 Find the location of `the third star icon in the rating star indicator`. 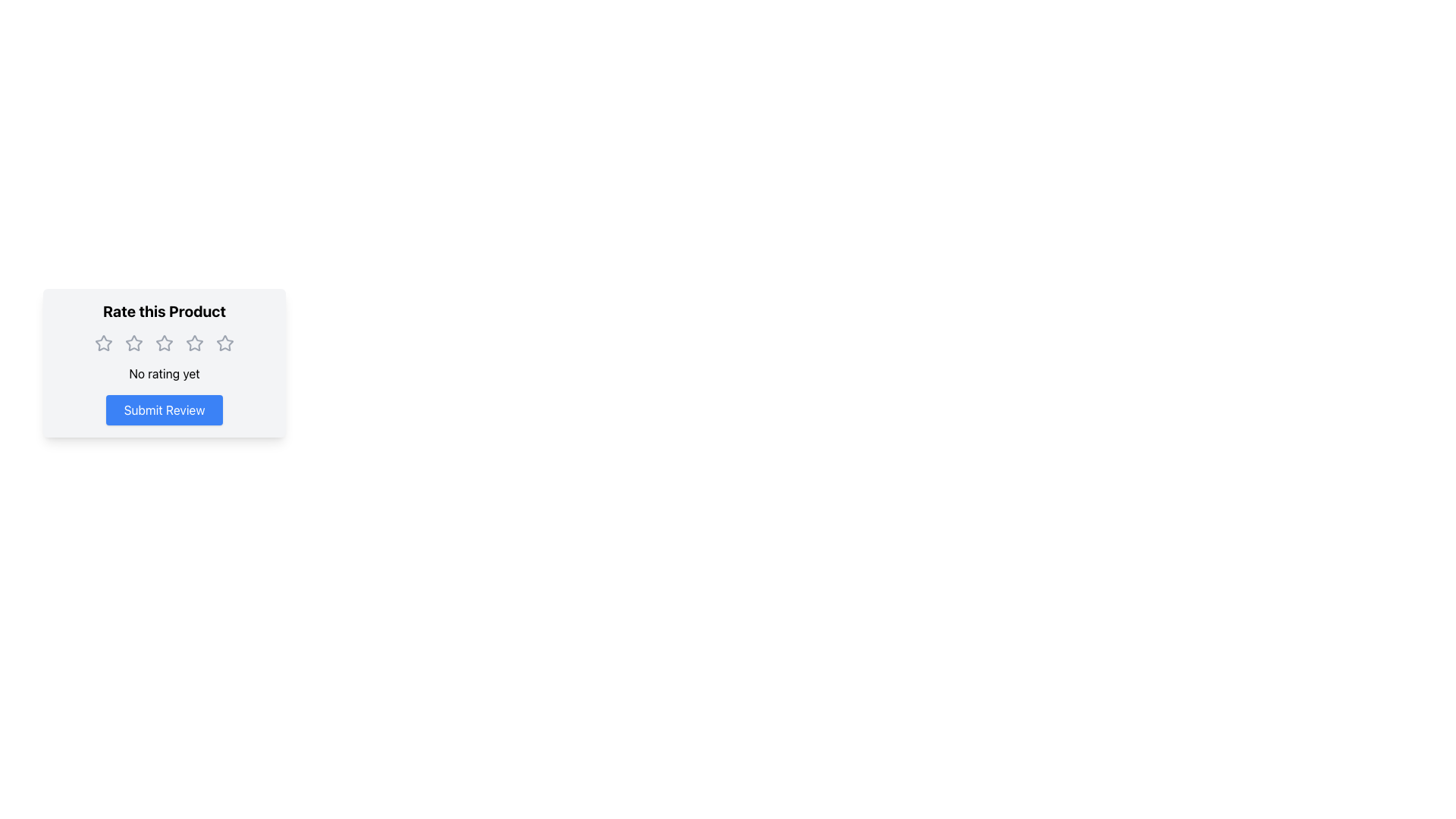

the third star icon in the rating star indicator is located at coordinates (164, 343).